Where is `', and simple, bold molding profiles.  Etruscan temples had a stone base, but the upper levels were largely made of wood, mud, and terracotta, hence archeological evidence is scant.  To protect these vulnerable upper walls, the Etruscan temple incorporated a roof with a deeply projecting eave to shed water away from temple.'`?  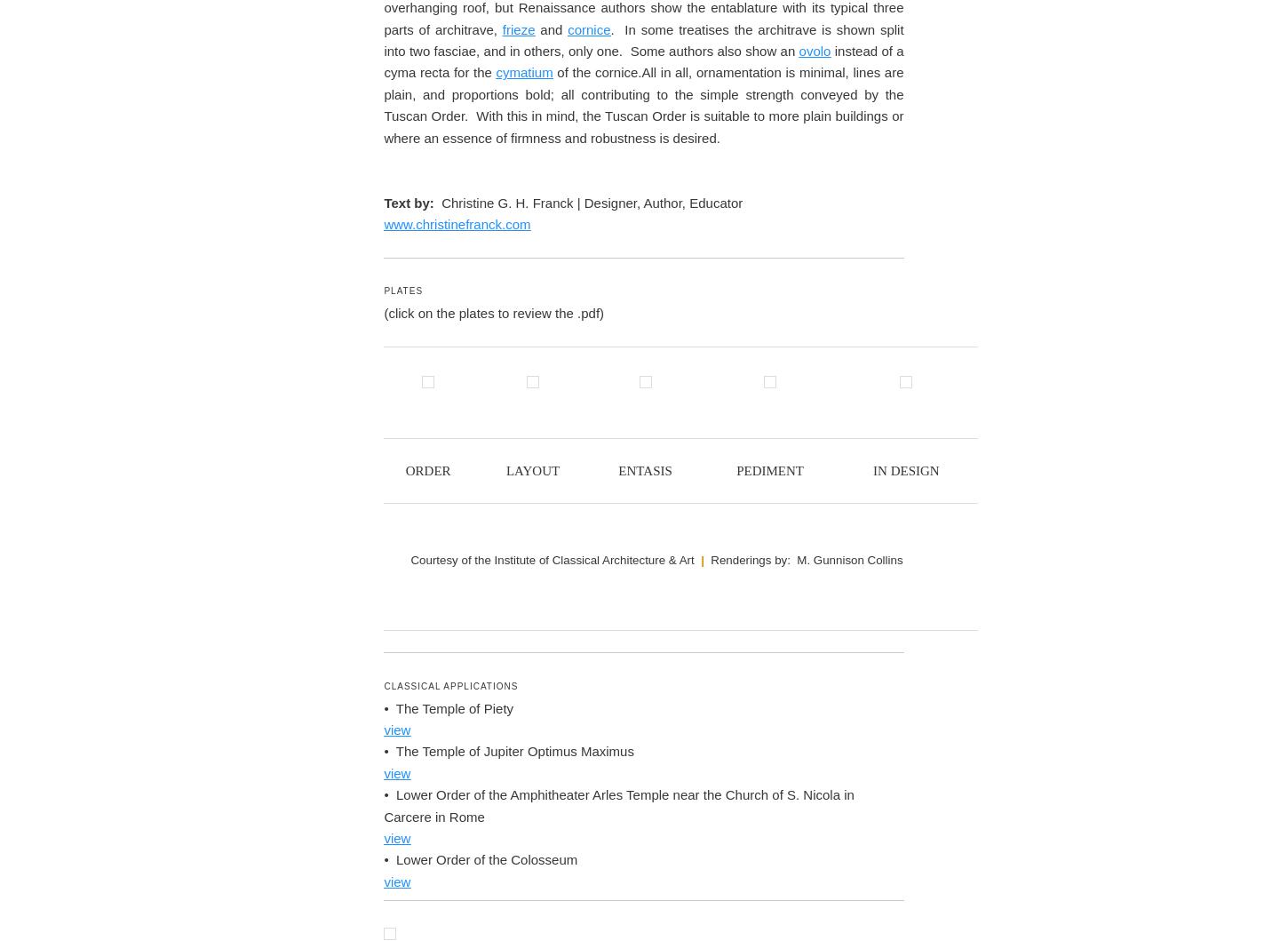 ', and simple, bold molding profiles.  Etruscan temples had a stone base, but the upper levels were largely made of wood, mud, and terracotta, hence archeological evidence is scant.  To protect these vulnerable upper walls, the Etruscan temple incorporated a roof with a deeply projecting eave to shed water away from temple.' is located at coordinates (642, 546).